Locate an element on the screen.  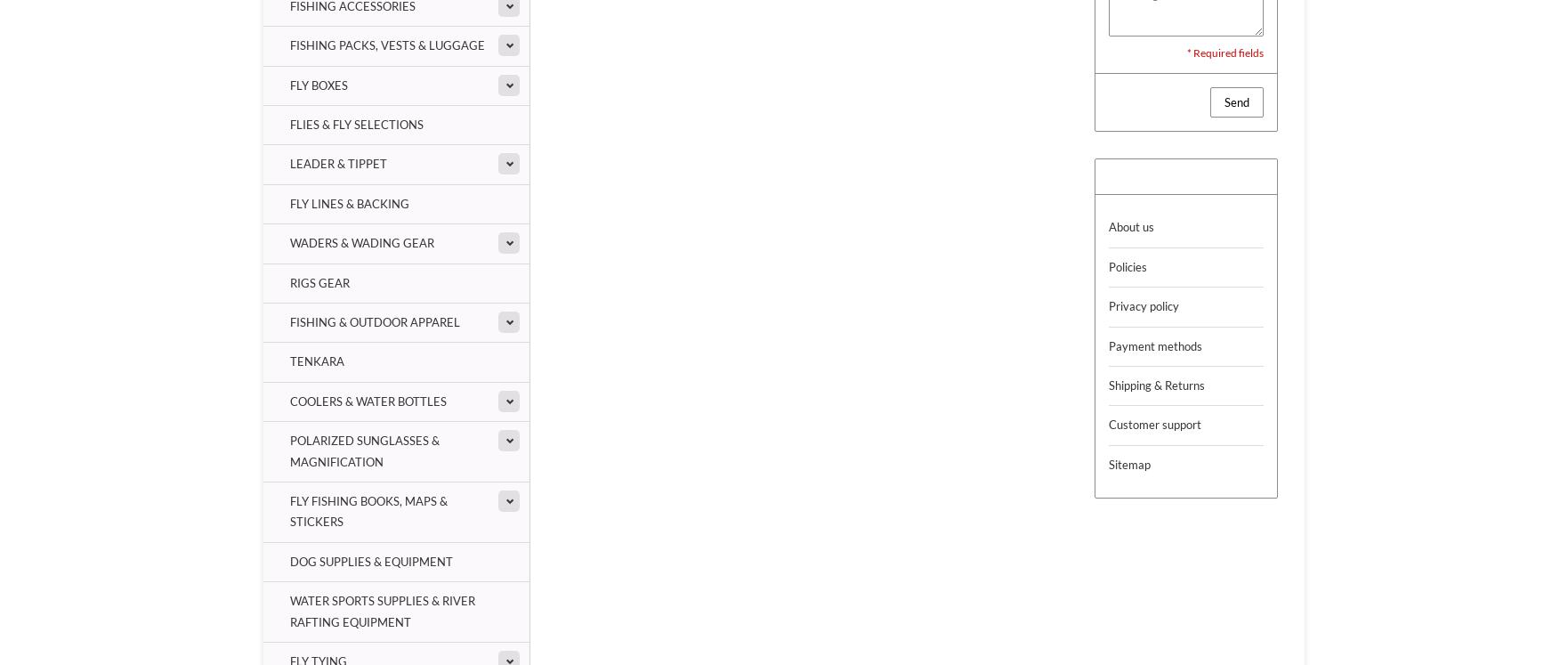
'Coolers & Water Bottles' is located at coordinates (368, 400).